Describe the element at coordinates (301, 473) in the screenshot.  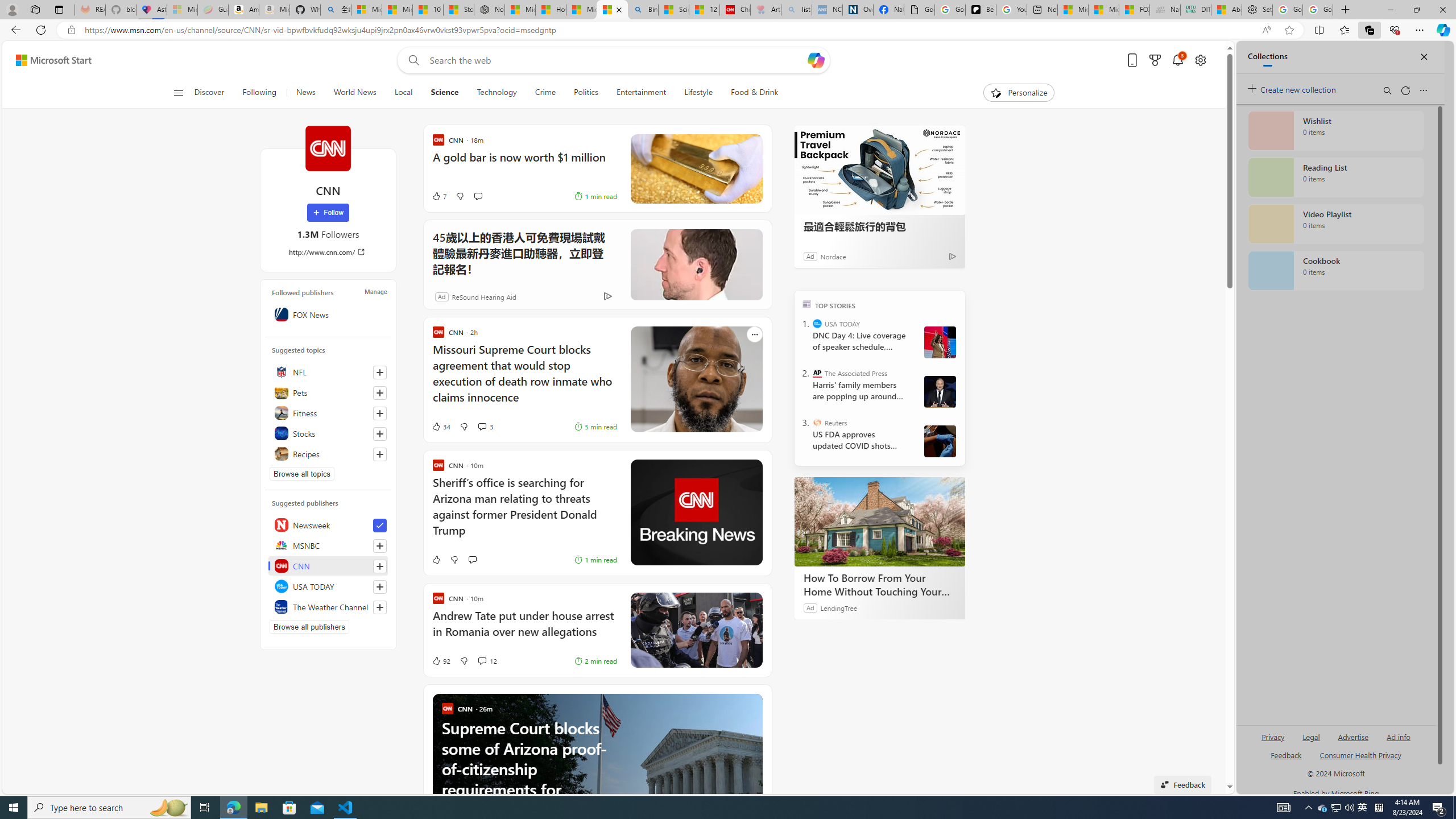
I see `'Browse all topics'` at that location.